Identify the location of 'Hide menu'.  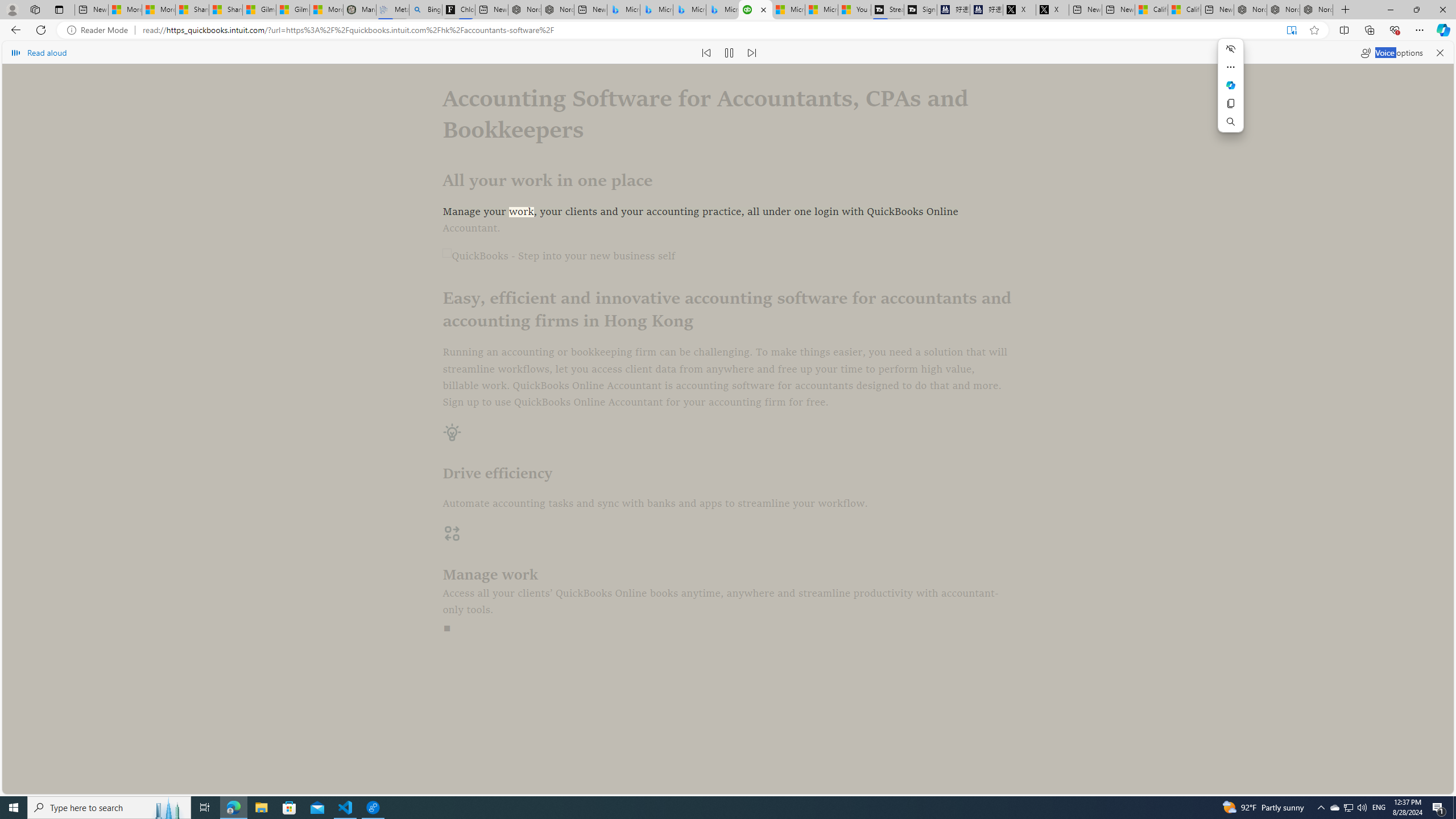
(1231, 48).